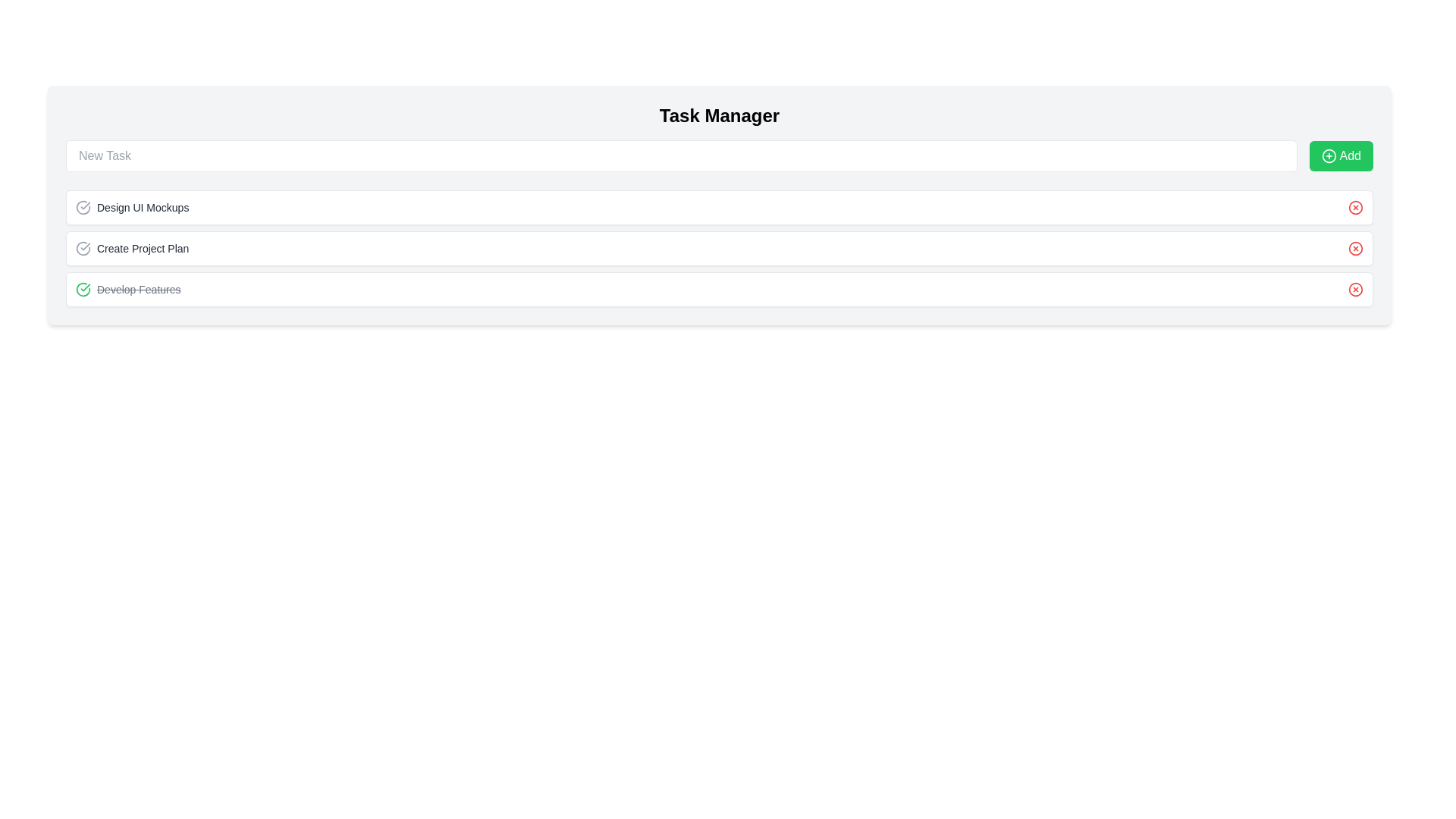  Describe the element at coordinates (83, 207) in the screenshot. I see `the circular wireframe icon with a checkmark located to the left of the text 'Design UI Mockups' in the first task item of the vertical task list` at that location.